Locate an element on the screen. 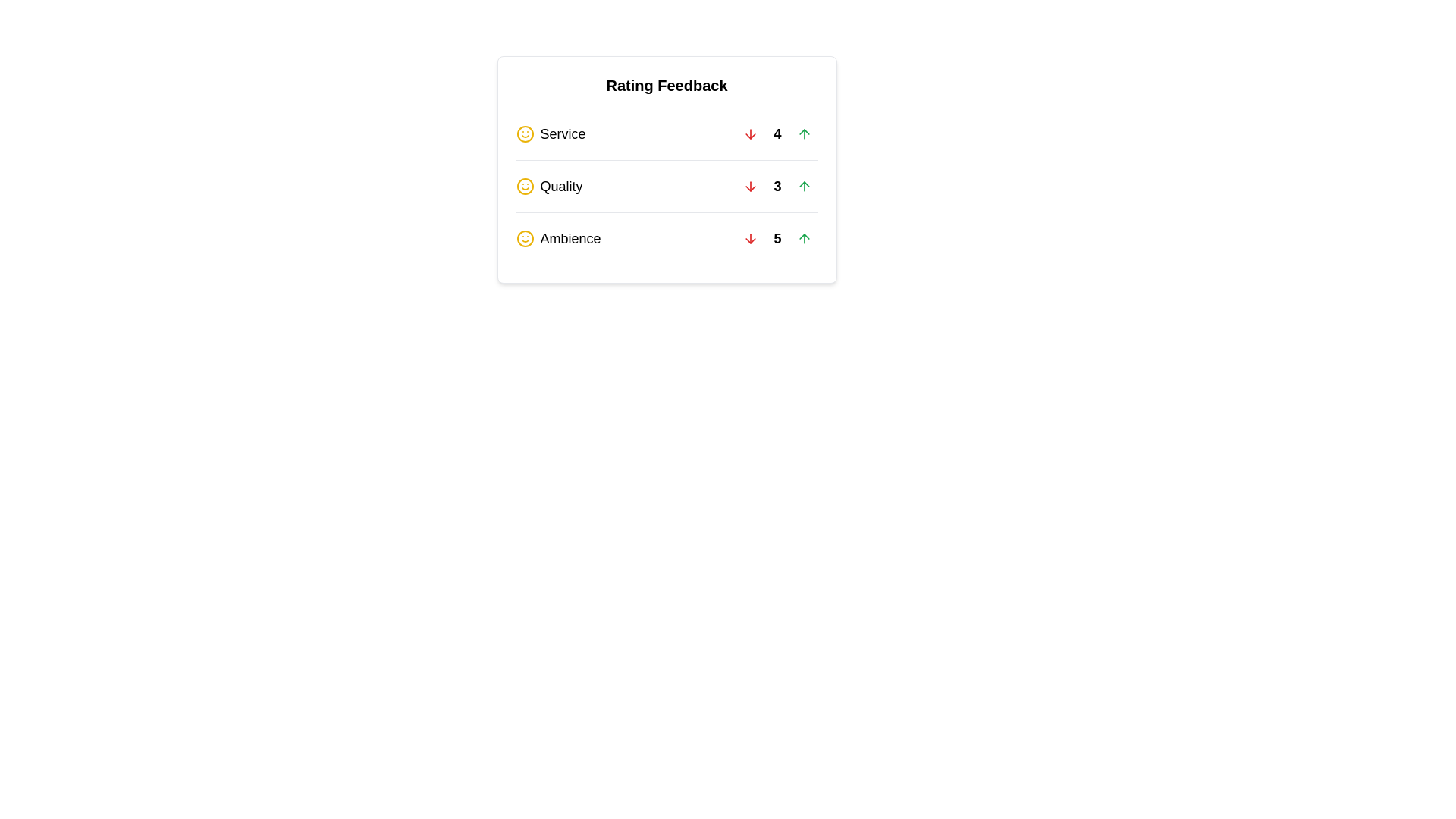 The width and height of the screenshot is (1456, 819). the 'Quality' label which is the second text label in the vertical list of ratings under 'Rating Feedback', located next to a yellow smiley face icon is located at coordinates (560, 186).